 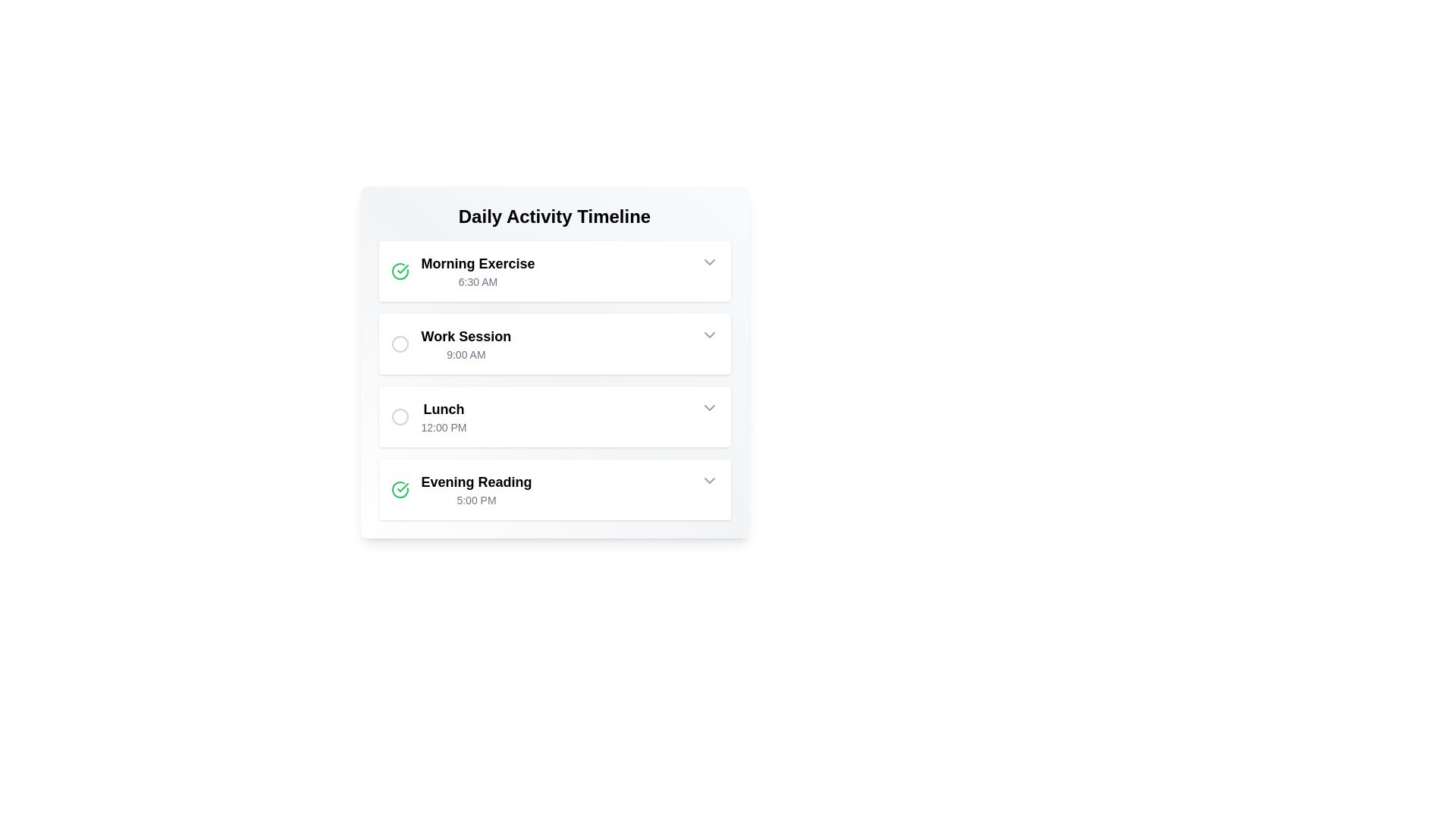 What do you see at coordinates (400, 489) in the screenshot?
I see `the completion icon within the fourth list item titled 'Evening Reading' on the 'Daily Activity Timeline'` at bounding box center [400, 489].